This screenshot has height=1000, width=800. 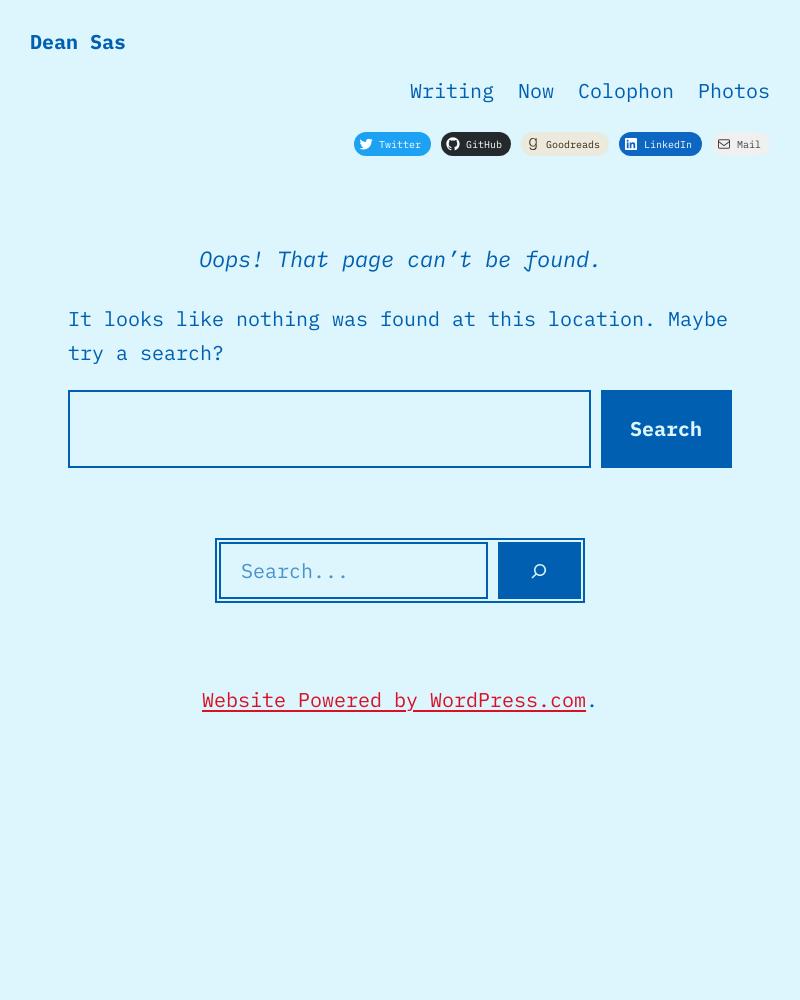 I want to click on 'Writing', so click(x=450, y=89).